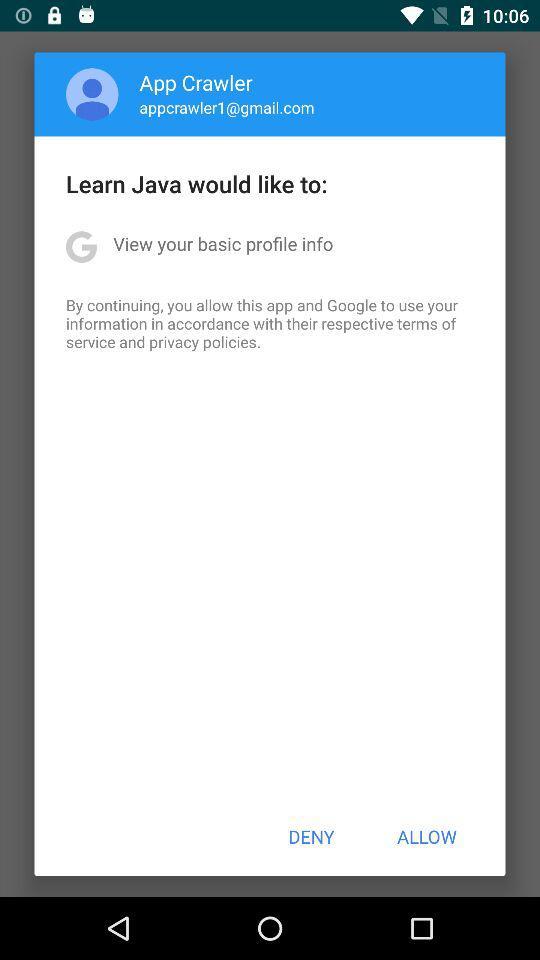 Image resolution: width=540 pixels, height=960 pixels. I want to click on item next to the allow, so click(311, 836).